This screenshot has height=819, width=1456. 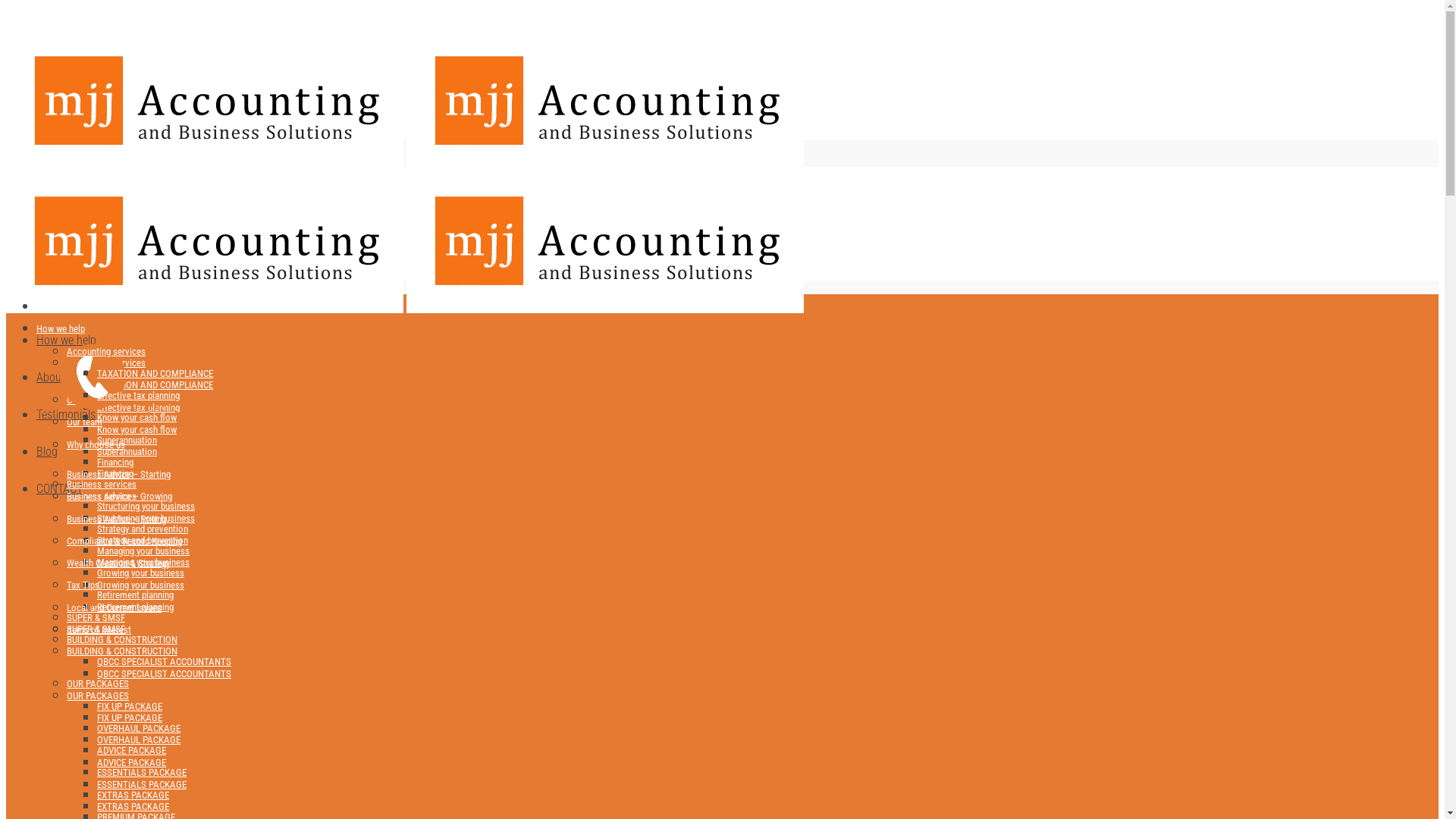 What do you see at coordinates (140, 573) in the screenshot?
I see `'Growing your business'` at bounding box center [140, 573].